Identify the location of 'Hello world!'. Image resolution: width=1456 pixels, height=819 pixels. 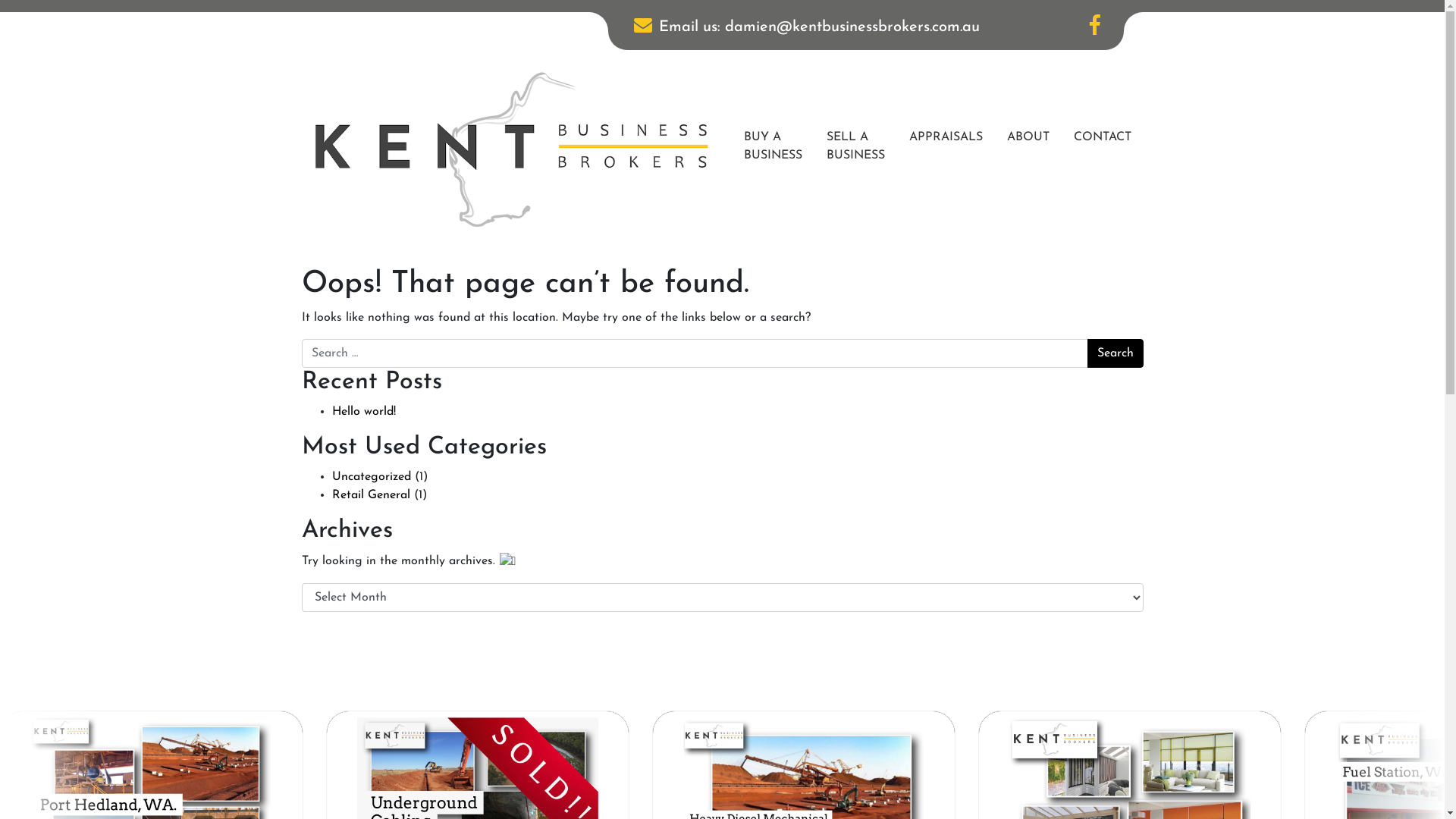
(331, 412).